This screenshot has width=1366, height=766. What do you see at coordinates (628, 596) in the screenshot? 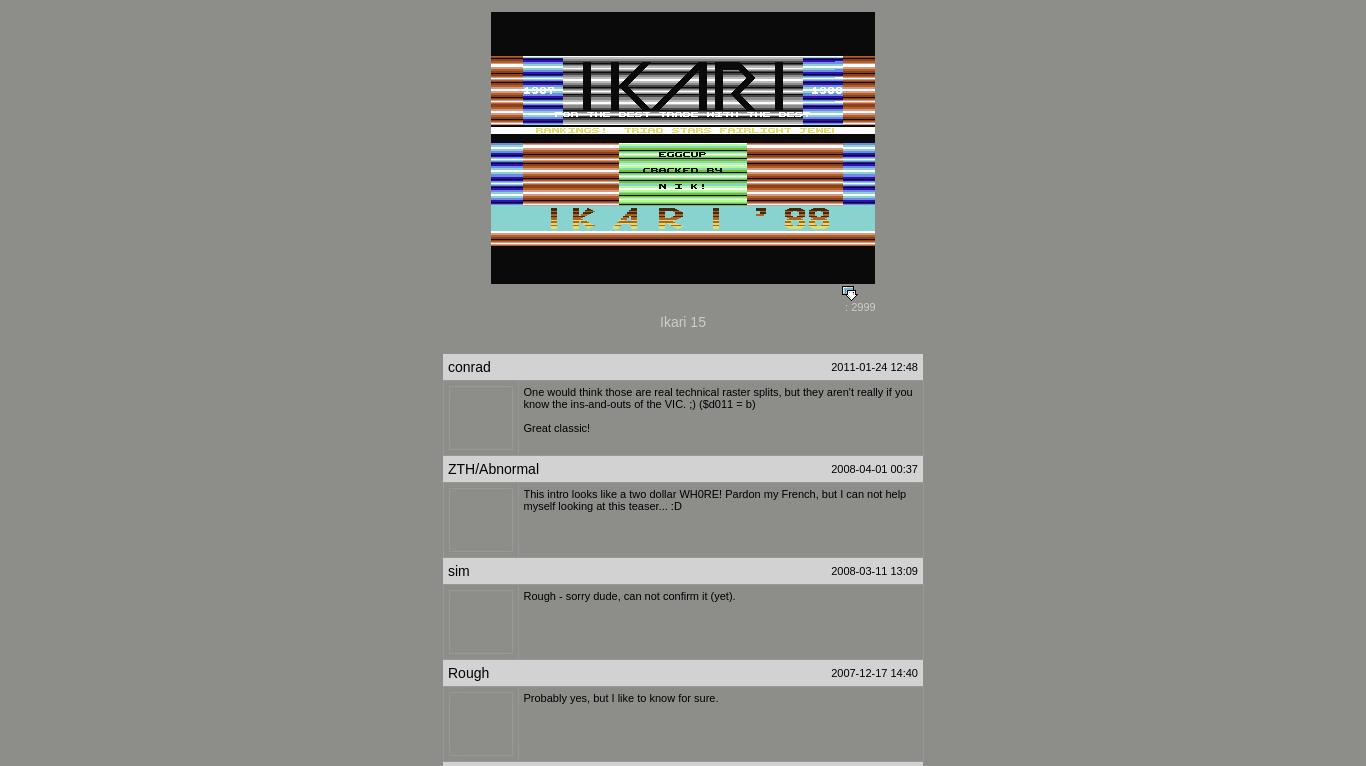
I see `'Rough - sorry dude, can not confirm it (yet).'` at bounding box center [628, 596].